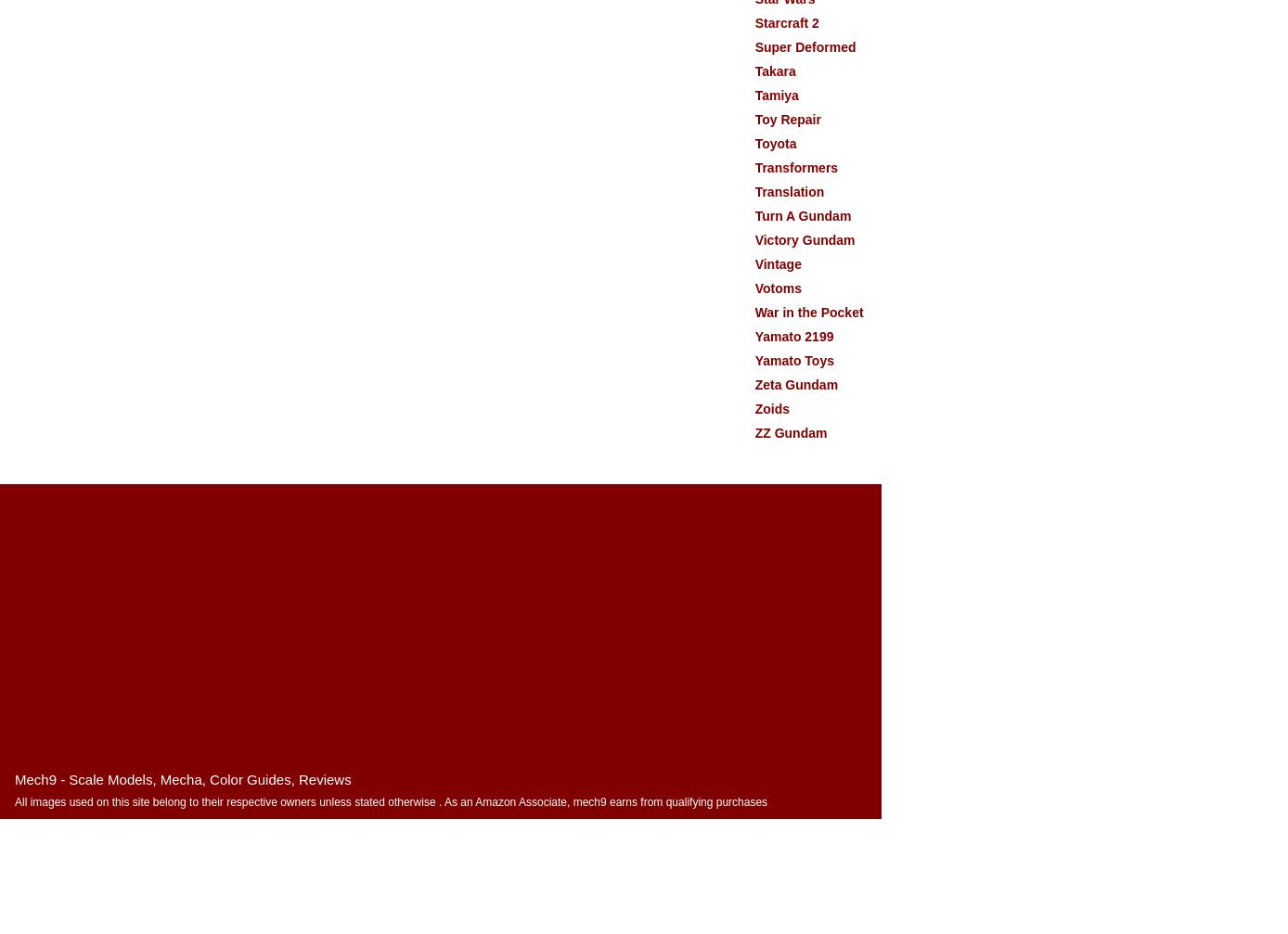  I want to click on 'Vintage', so click(777, 263).